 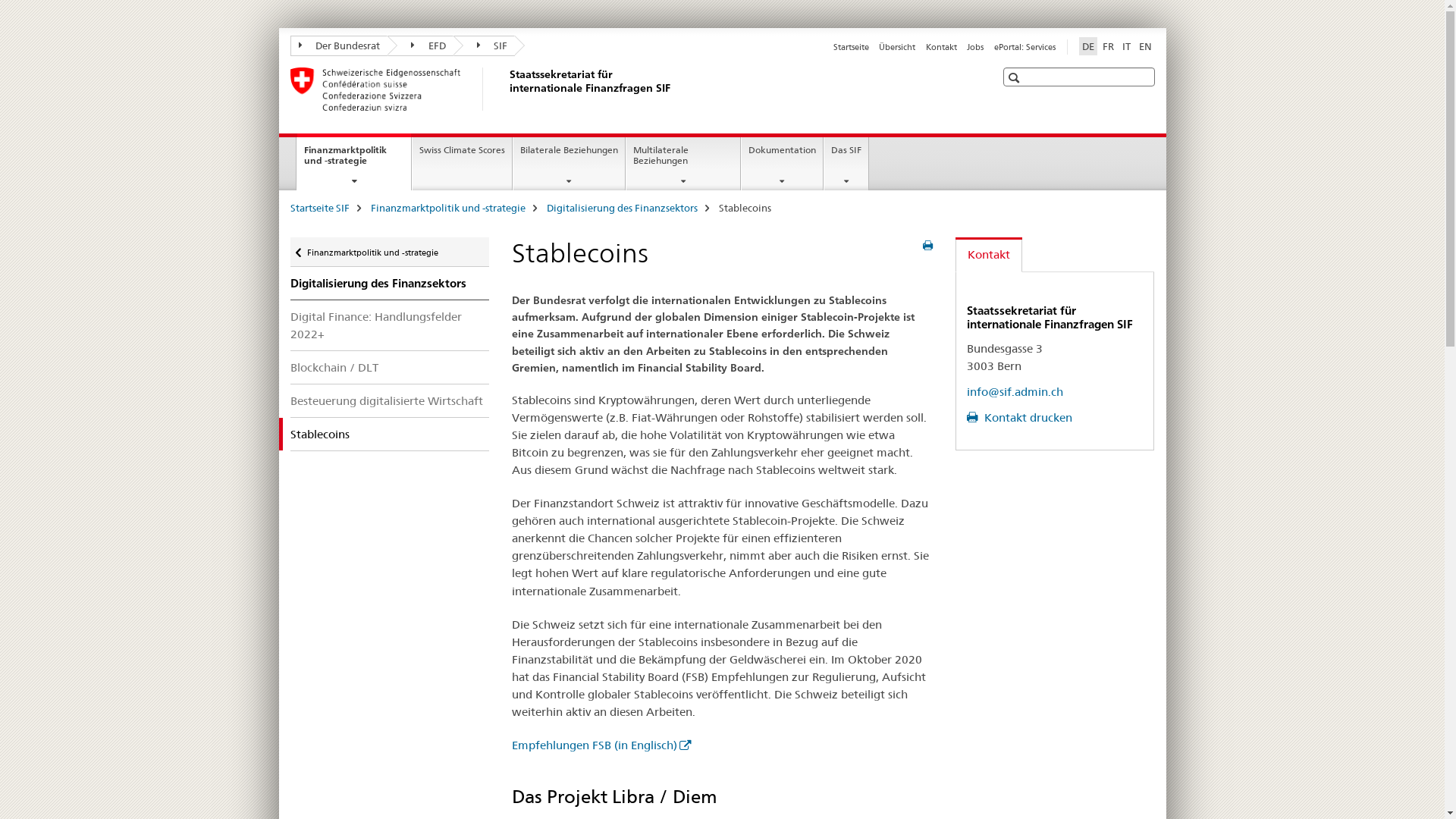 What do you see at coordinates (1119, 45) in the screenshot?
I see `'IT'` at bounding box center [1119, 45].